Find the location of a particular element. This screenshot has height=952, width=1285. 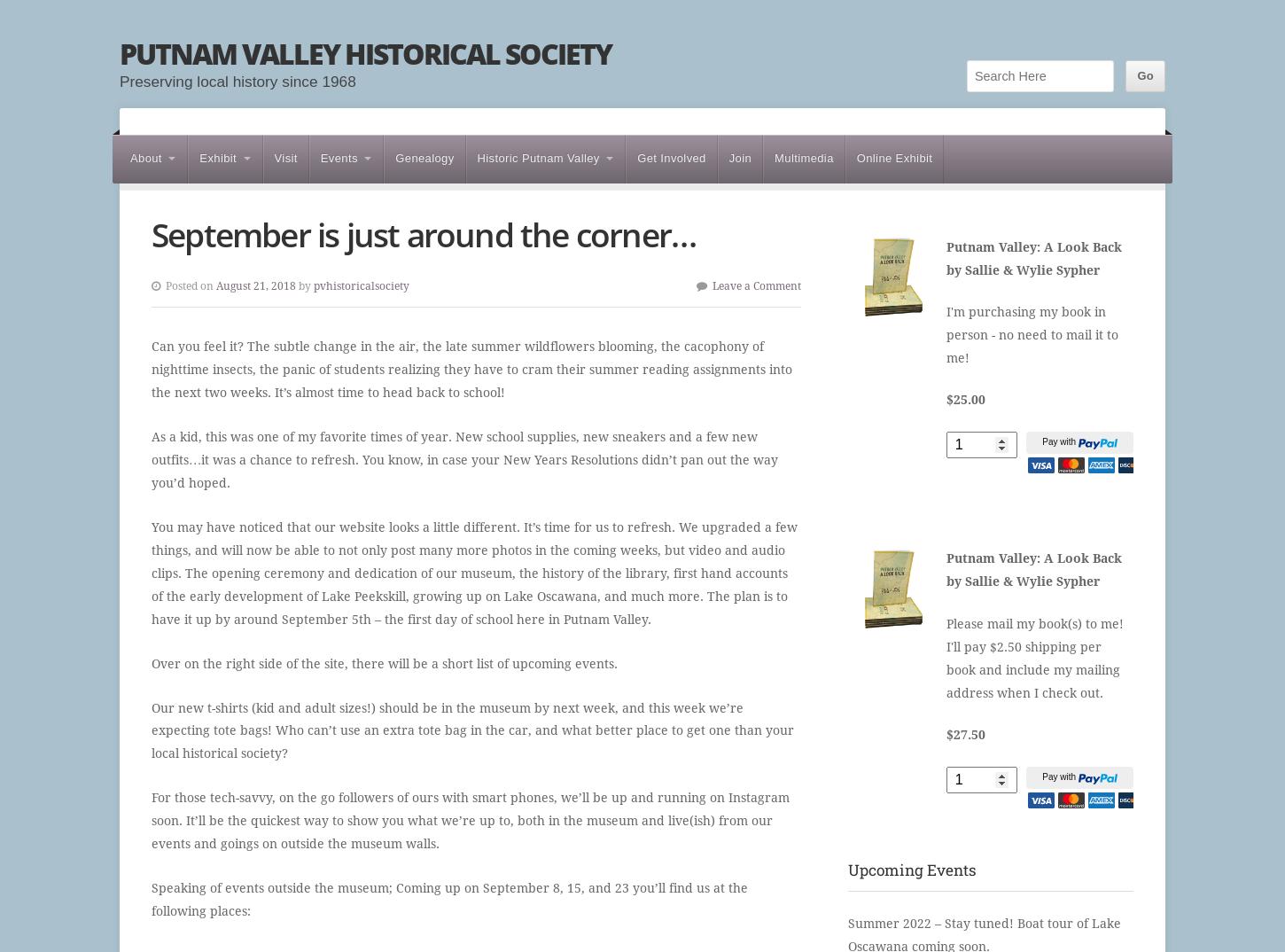

'Posted on' is located at coordinates (190, 285).